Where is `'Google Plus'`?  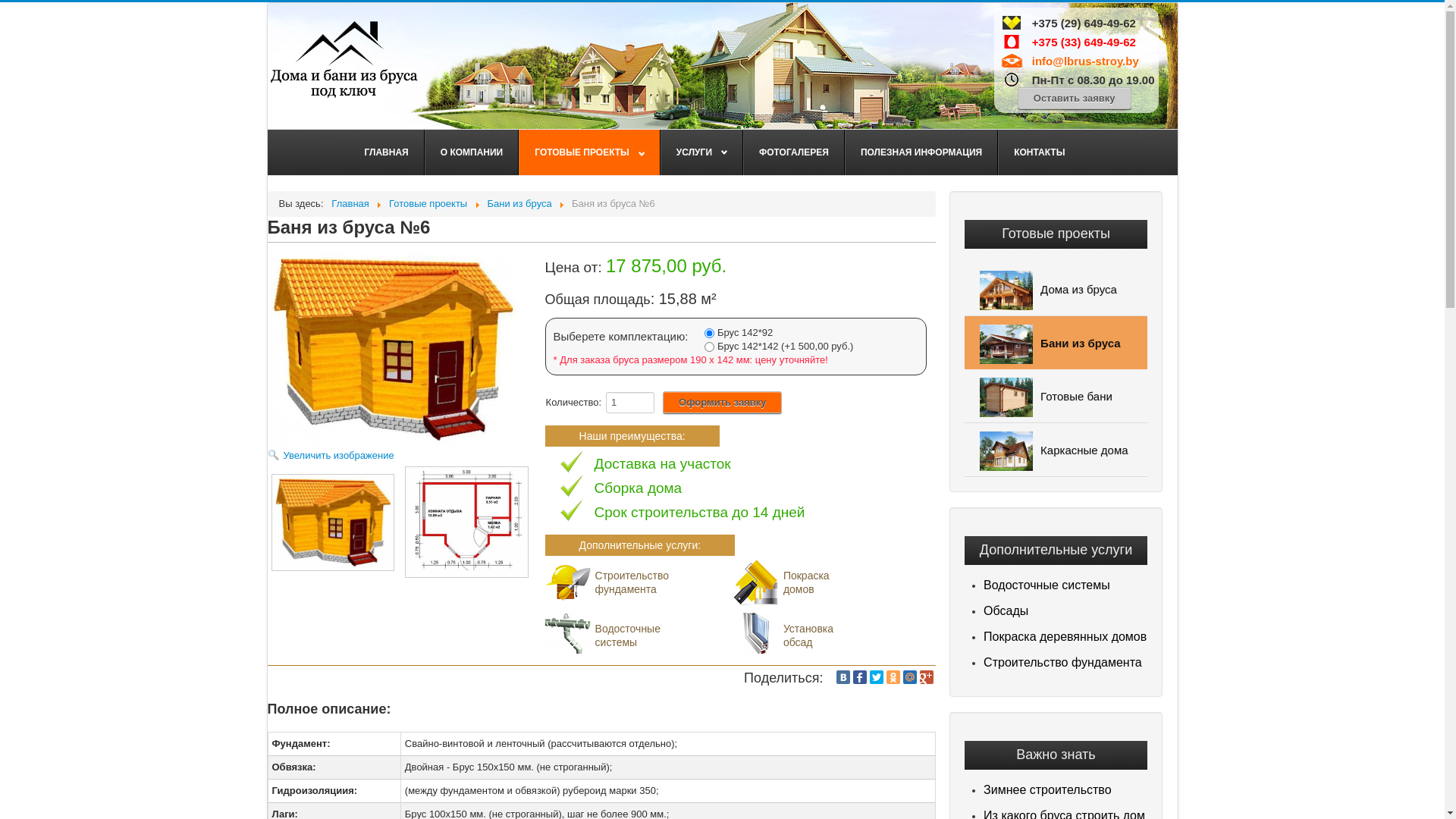 'Google Plus' is located at coordinates (919, 676).